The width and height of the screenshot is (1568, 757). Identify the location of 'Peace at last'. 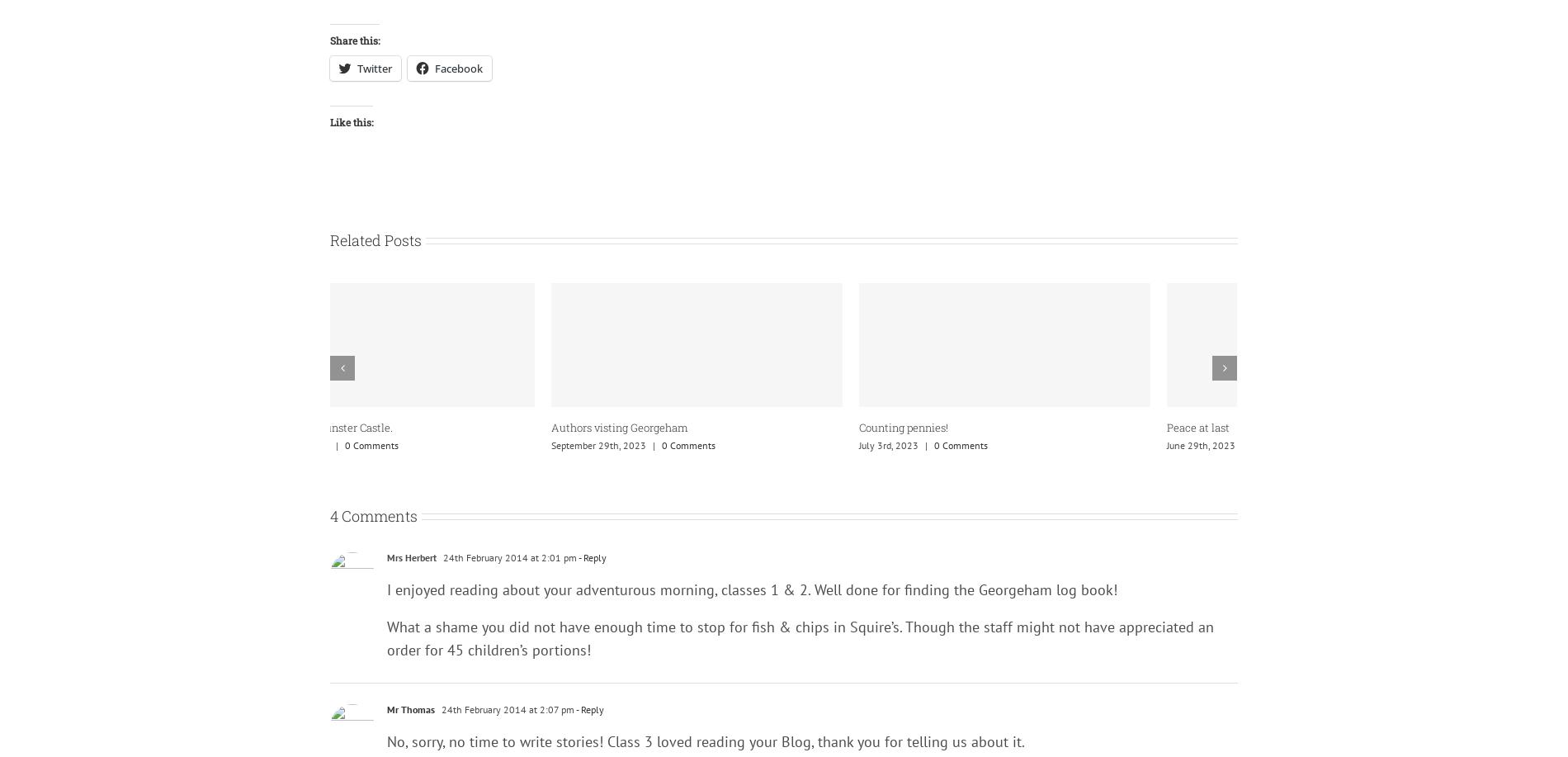
(360, 426).